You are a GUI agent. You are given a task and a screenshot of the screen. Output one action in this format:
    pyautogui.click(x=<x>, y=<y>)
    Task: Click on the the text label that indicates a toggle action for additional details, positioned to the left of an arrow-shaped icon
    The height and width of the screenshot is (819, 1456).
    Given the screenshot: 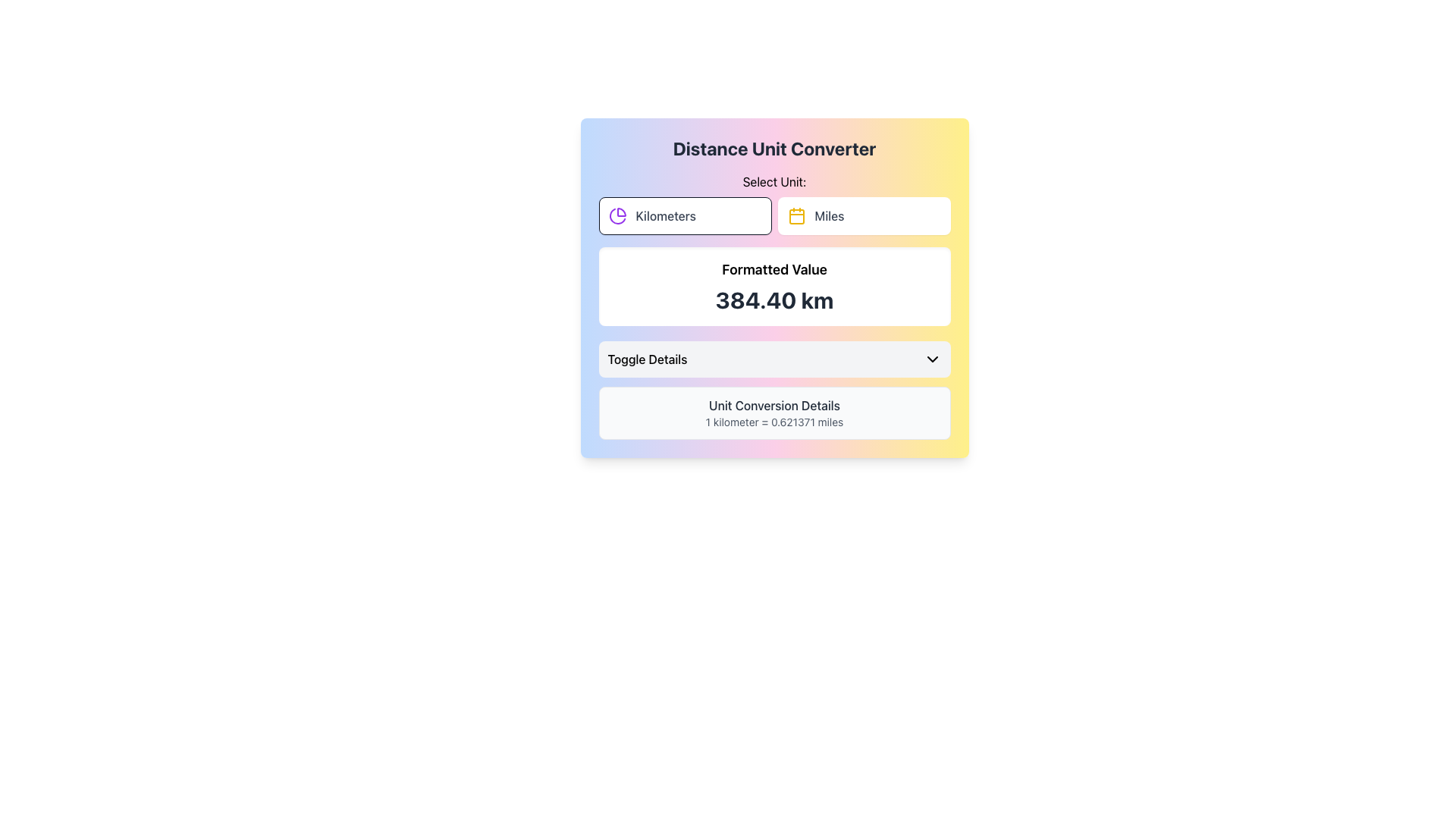 What is the action you would take?
    pyautogui.click(x=648, y=359)
    